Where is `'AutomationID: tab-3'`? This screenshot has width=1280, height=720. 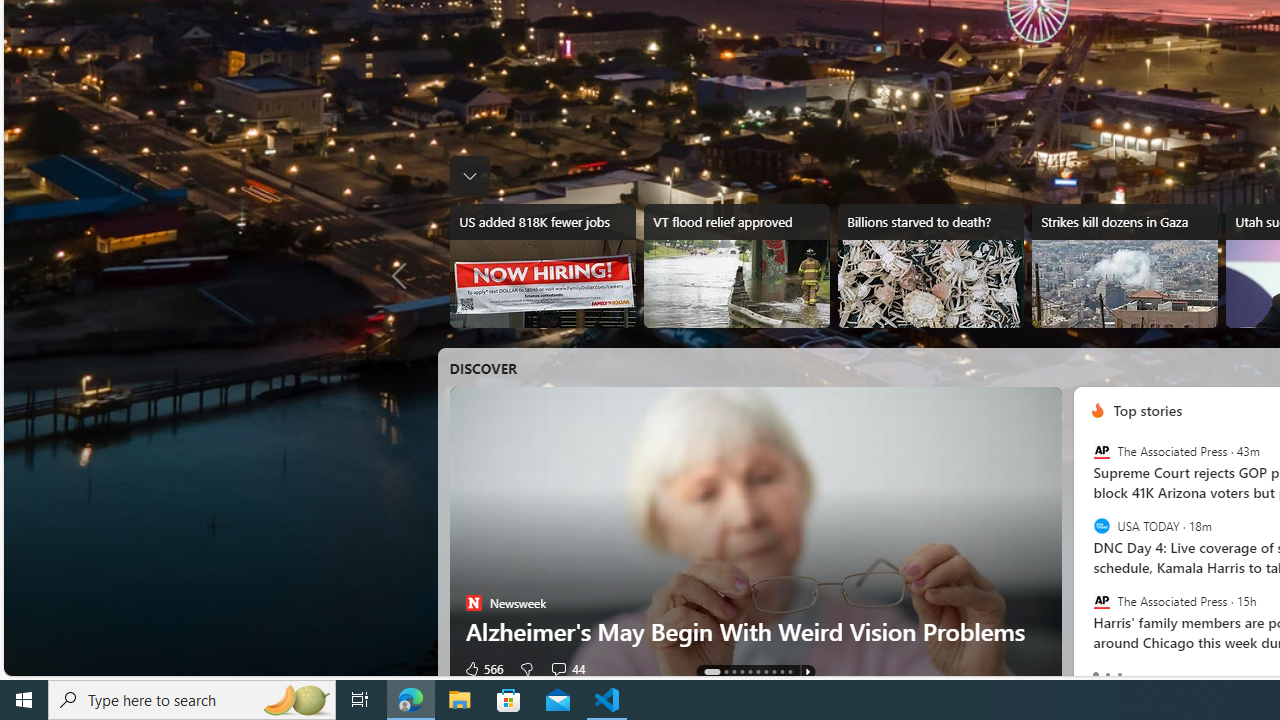 'AutomationID: tab-3' is located at coordinates (741, 672).